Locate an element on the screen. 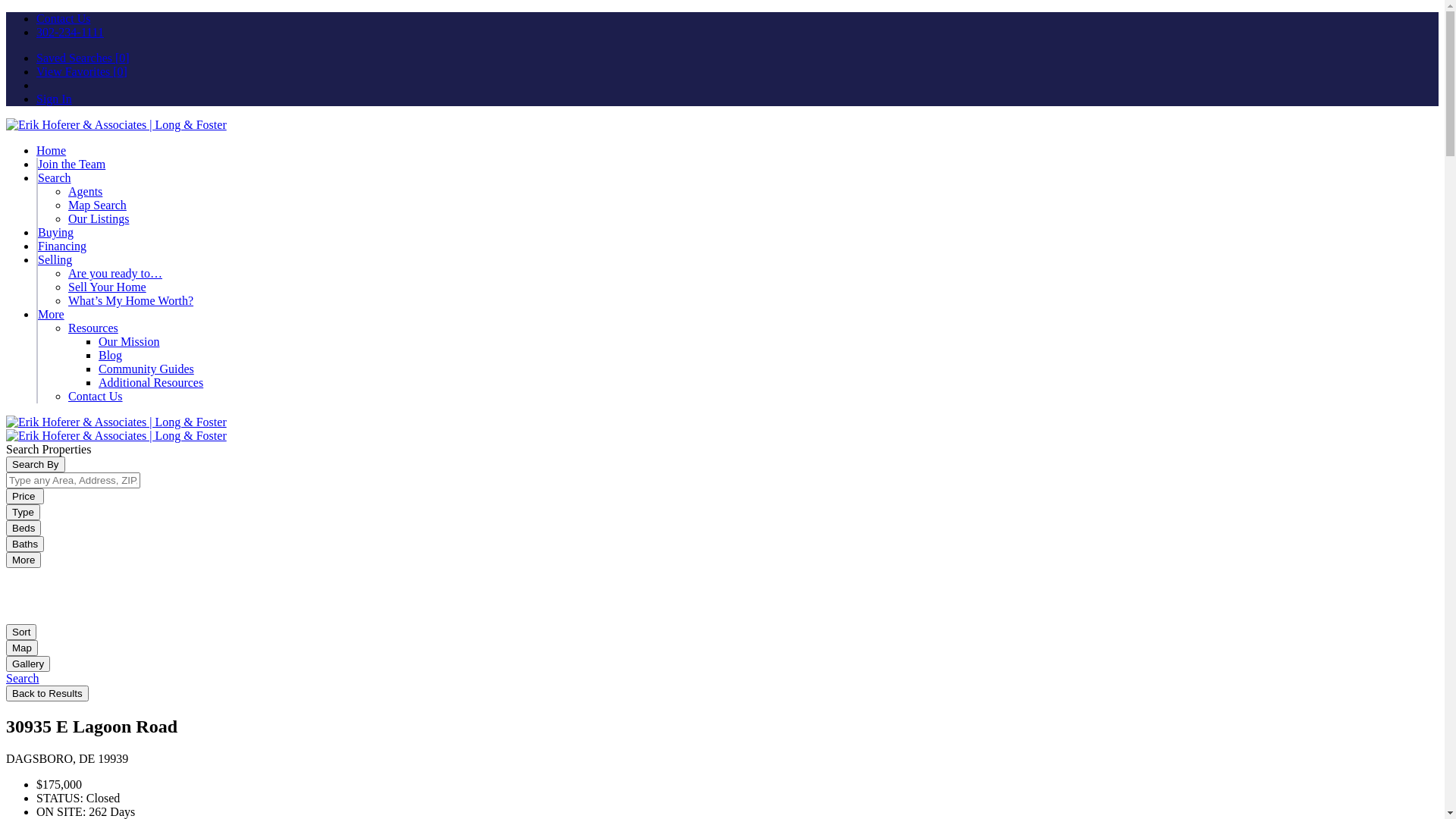 Image resolution: width=1456 pixels, height=819 pixels. 'Map Search' is located at coordinates (96, 205).